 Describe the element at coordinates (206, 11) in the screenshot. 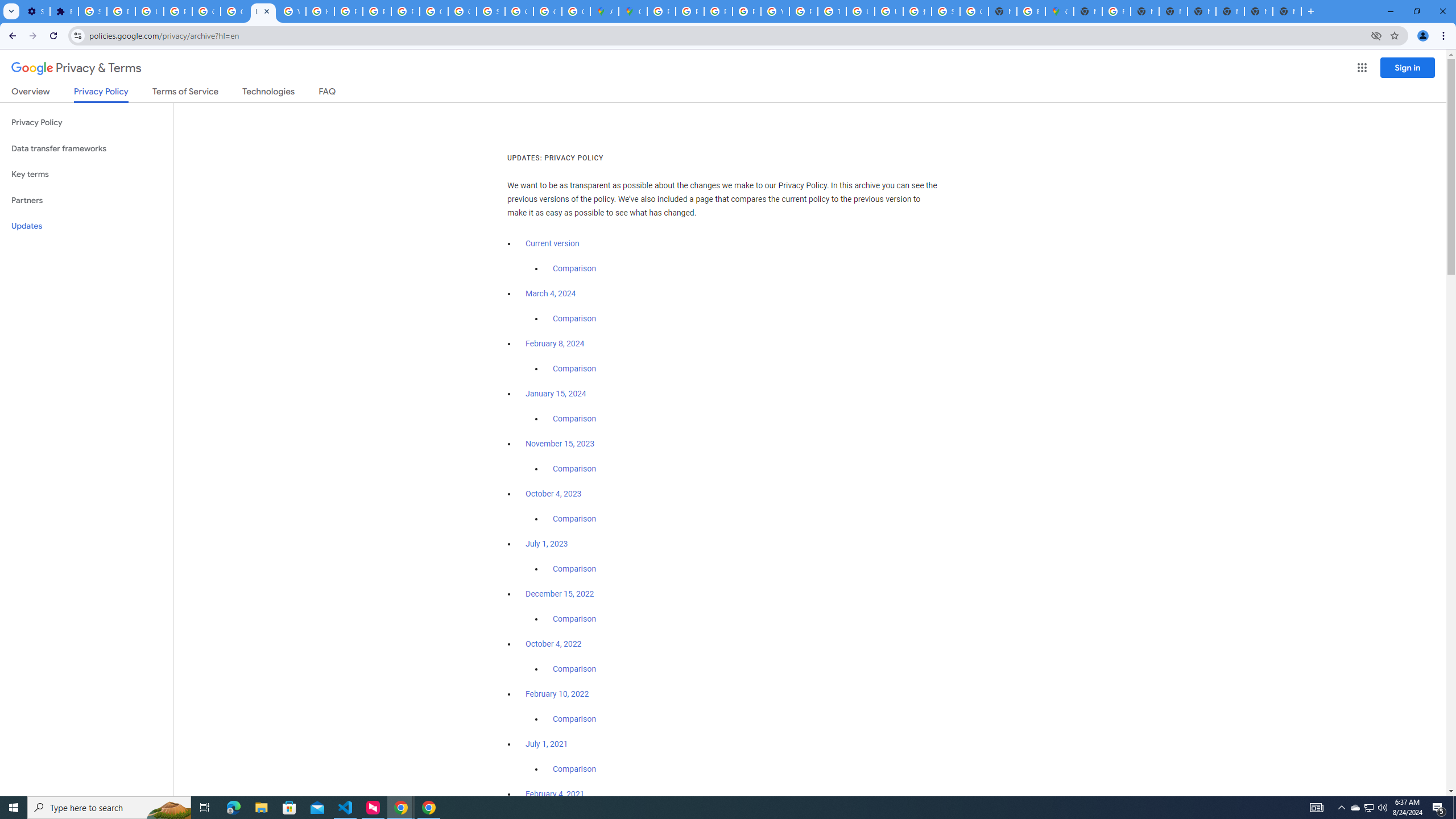

I see `'Google Account Help'` at that location.